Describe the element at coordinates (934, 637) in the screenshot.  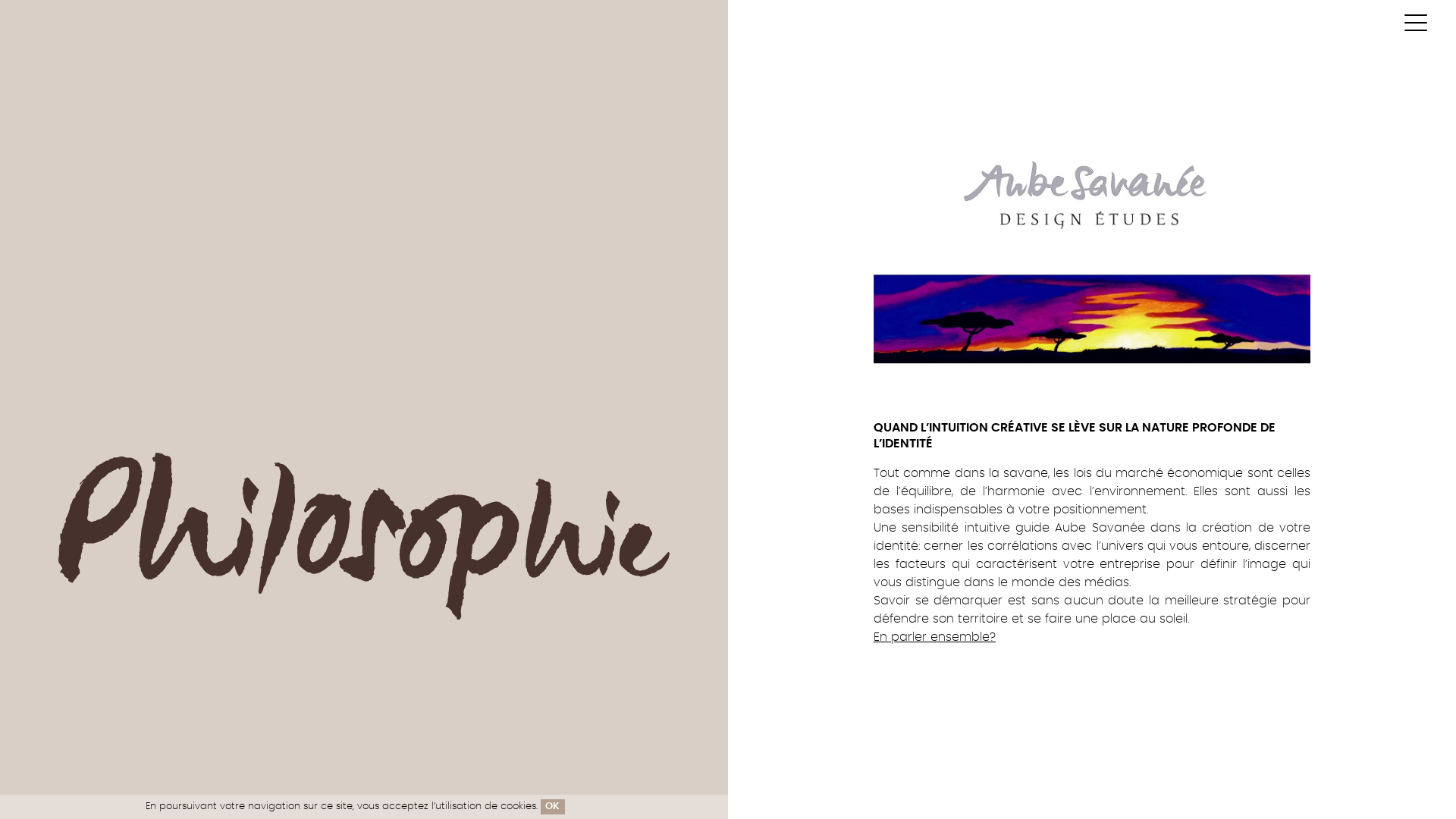
I see `'En parler ensemble?'` at that location.